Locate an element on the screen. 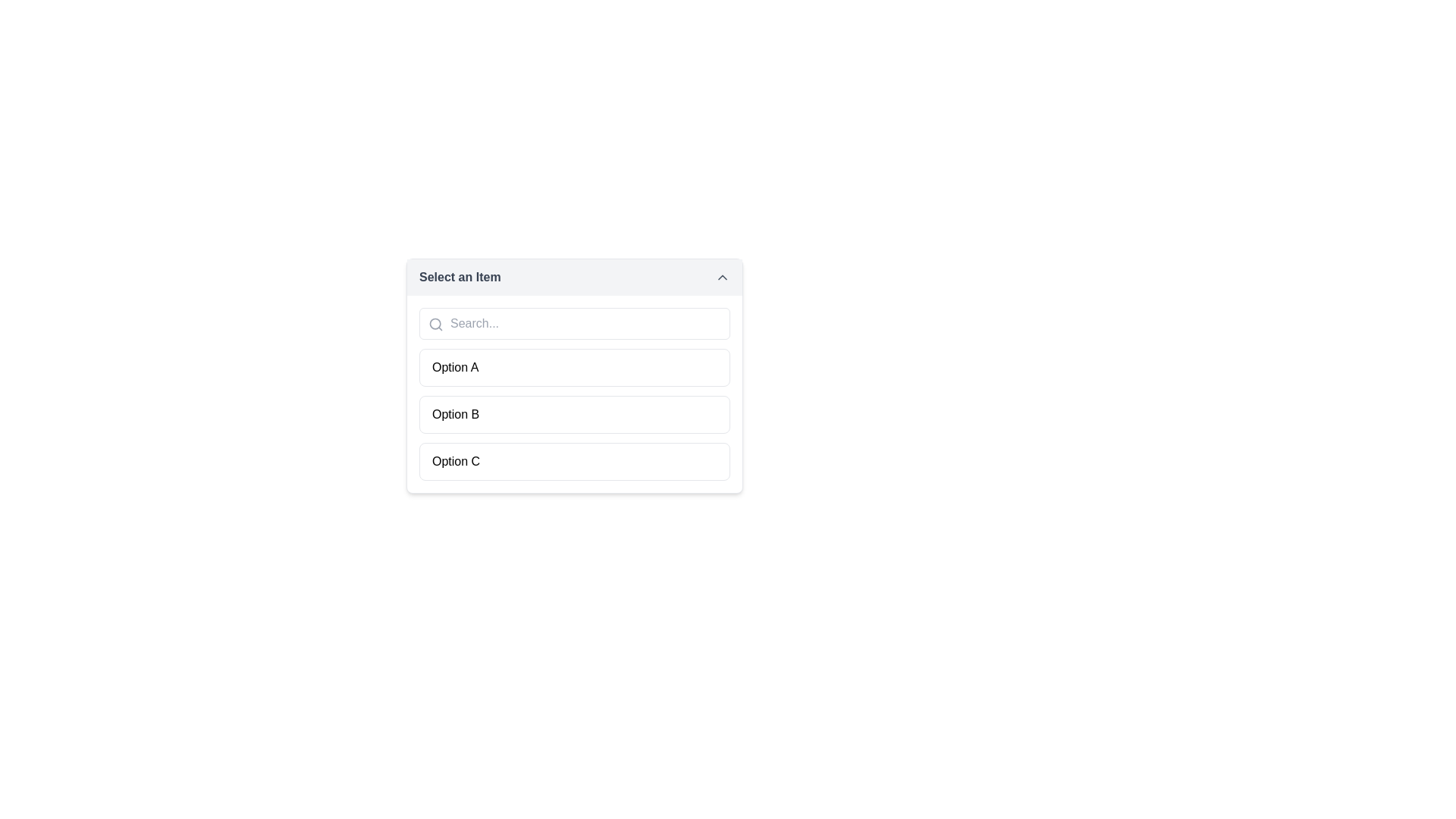 Image resolution: width=1456 pixels, height=819 pixels. the text label representing the second option in a vertically arranged selection list, located between 'Option A' and 'Option C' is located at coordinates (454, 415).